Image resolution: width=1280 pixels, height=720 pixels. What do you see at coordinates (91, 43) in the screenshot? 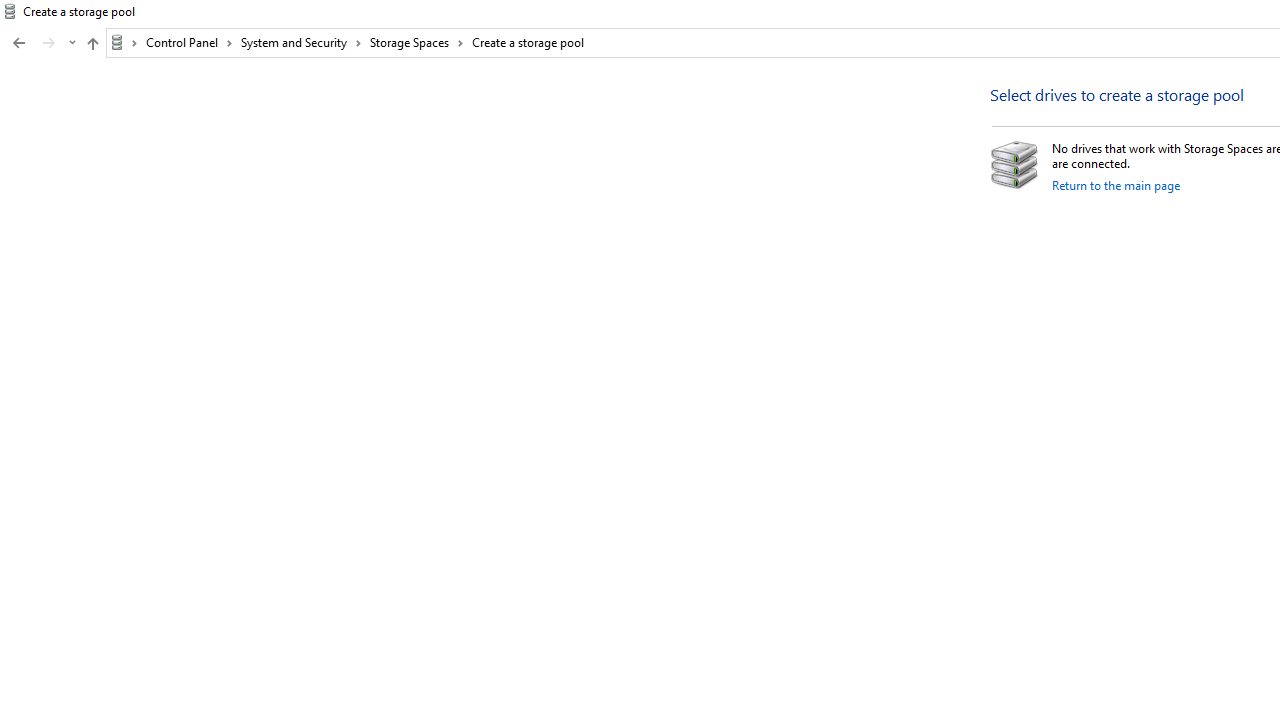
I see `'Up to "Storage Spaces" (Alt + Up Arrow)'` at bounding box center [91, 43].